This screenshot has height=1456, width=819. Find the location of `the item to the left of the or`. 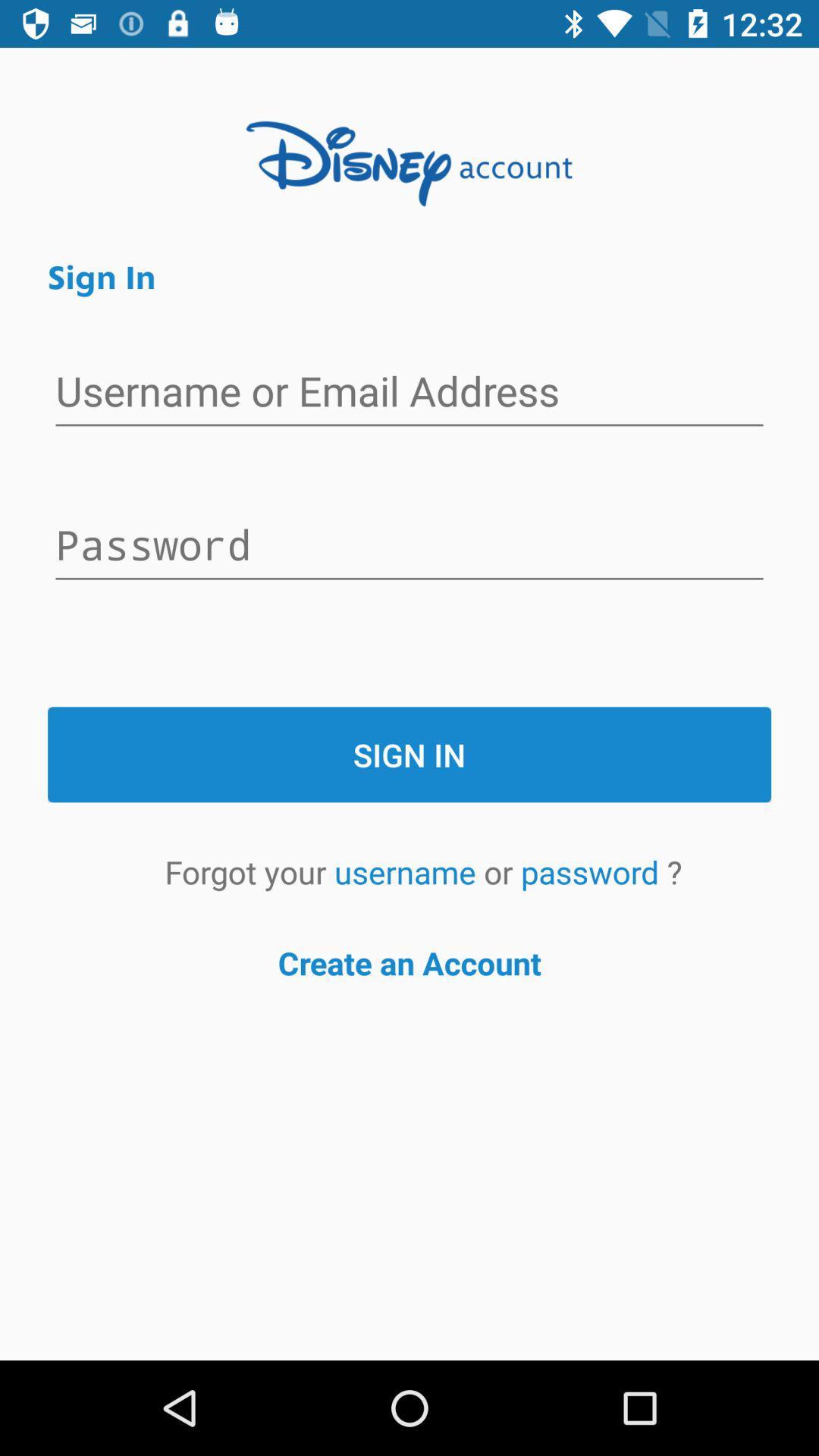

the item to the left of the or is located at coordinates (408, 871).